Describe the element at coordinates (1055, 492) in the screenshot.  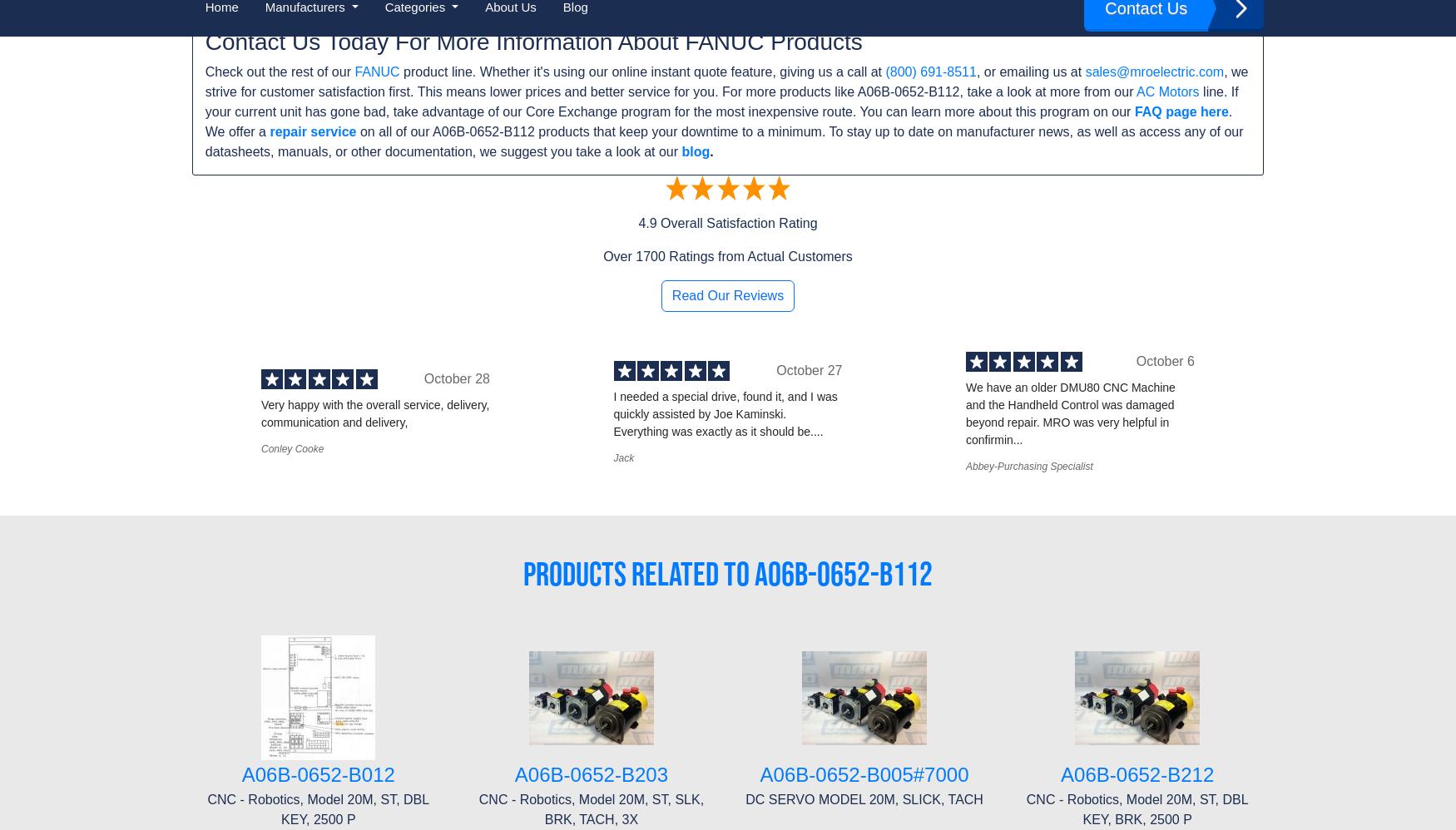
I see `'(800) 691-8511'` at that location.